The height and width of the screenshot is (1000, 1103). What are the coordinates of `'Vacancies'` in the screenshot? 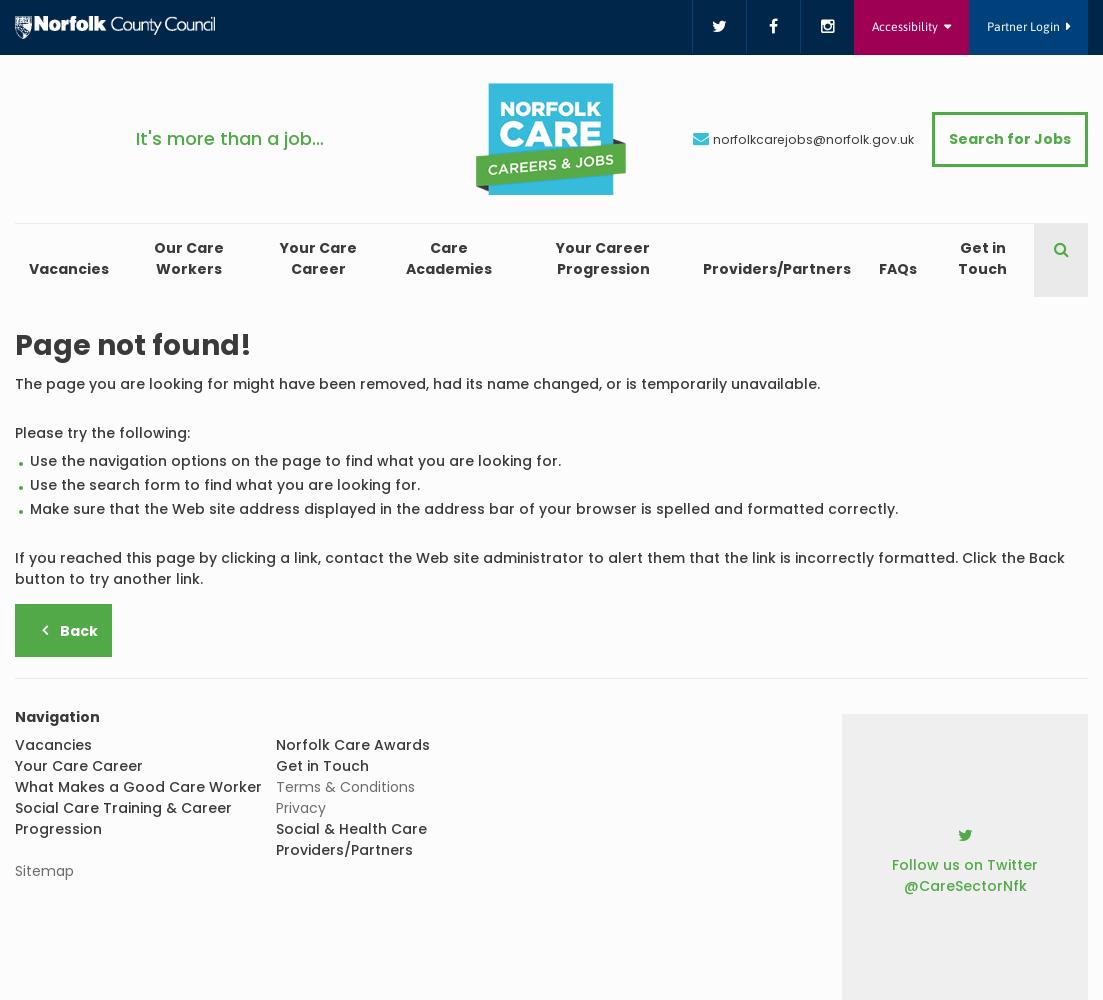 It's located at (69, 269).